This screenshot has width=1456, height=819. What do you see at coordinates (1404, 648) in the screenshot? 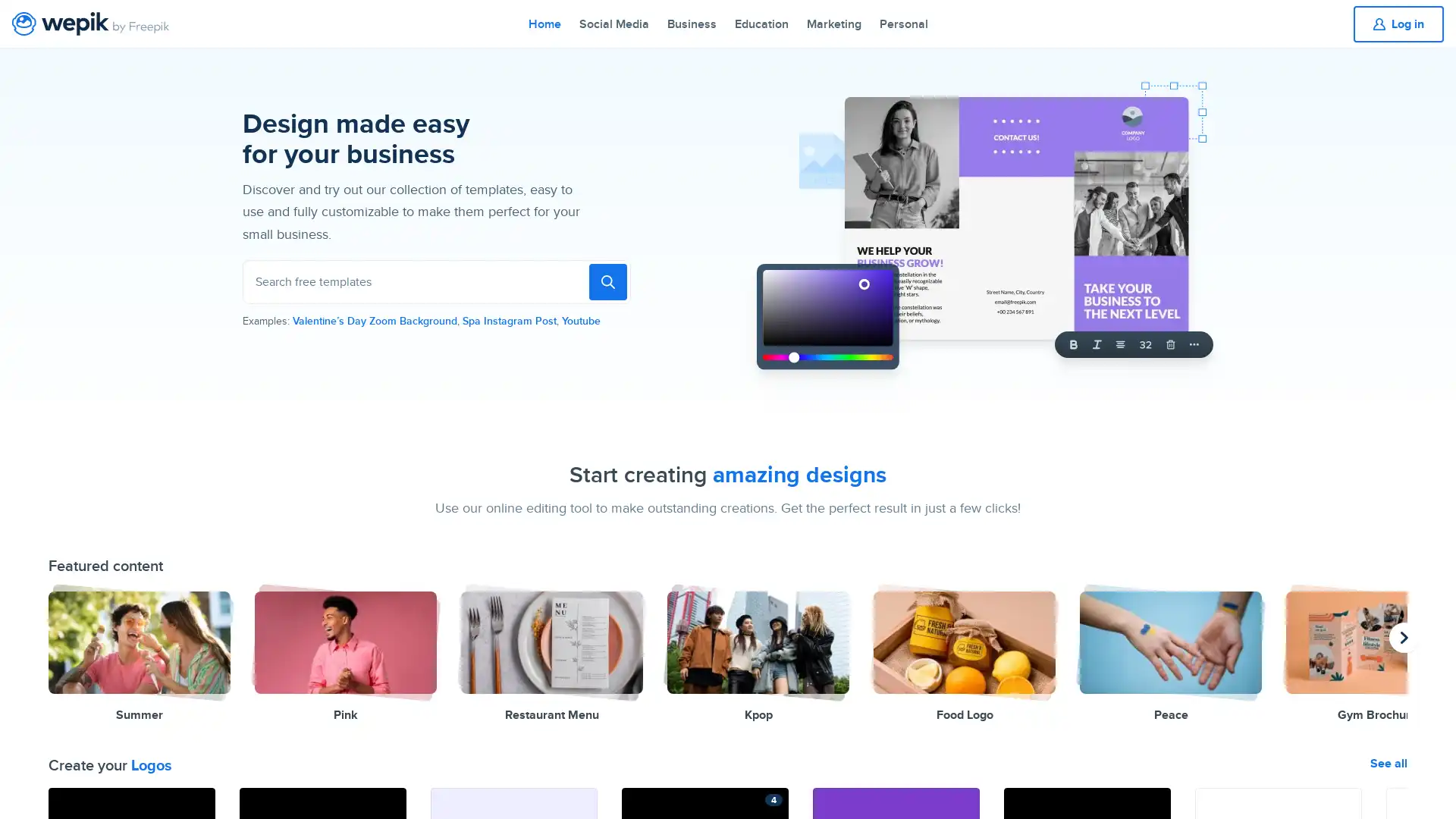
I see `previous presentation` at bounding box center [1404, 648].